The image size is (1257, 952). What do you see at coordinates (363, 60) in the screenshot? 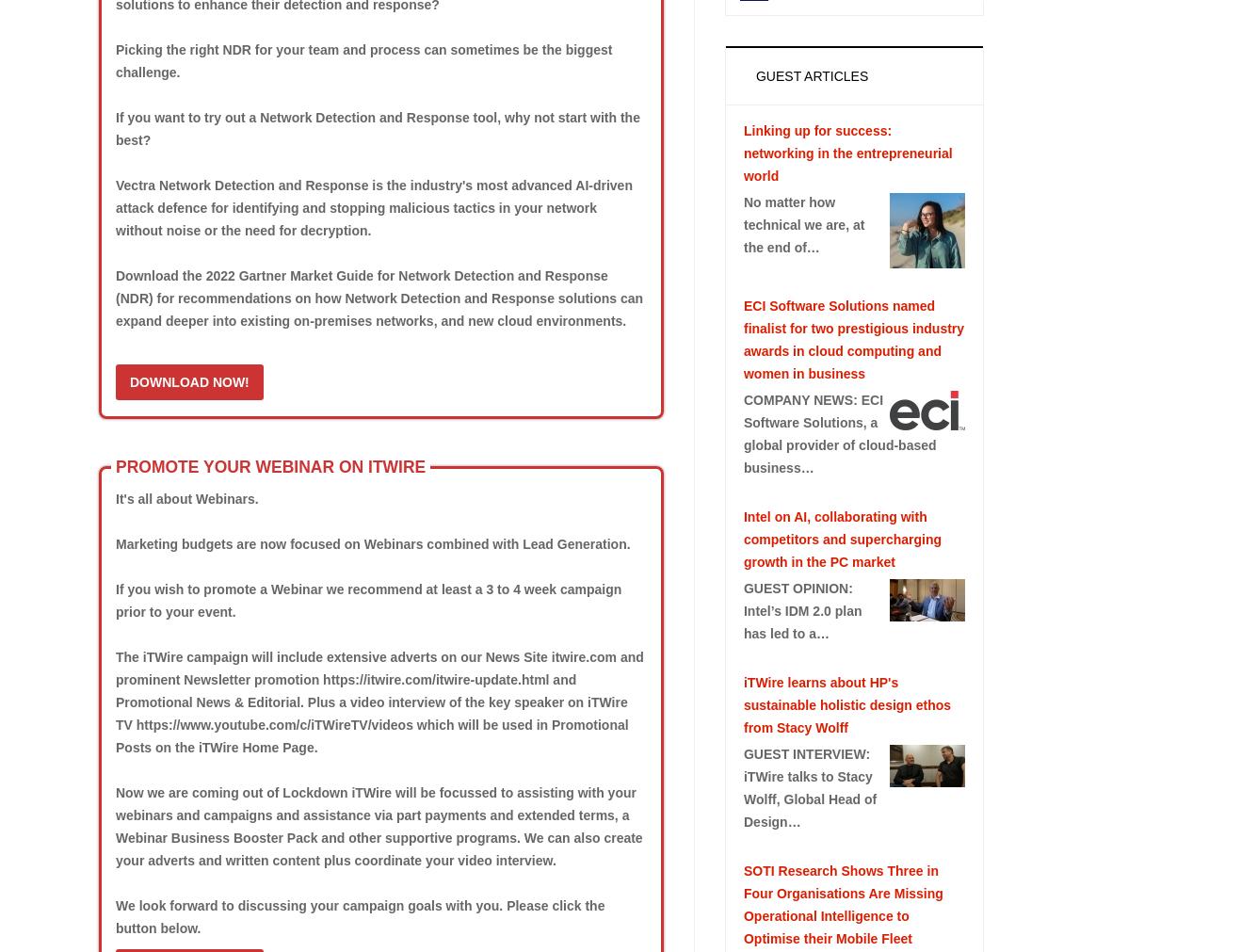
I see `'Picking the right NDR for your team and process can sometimes be the biggest challenge.'` at bounding box center [363, 60].